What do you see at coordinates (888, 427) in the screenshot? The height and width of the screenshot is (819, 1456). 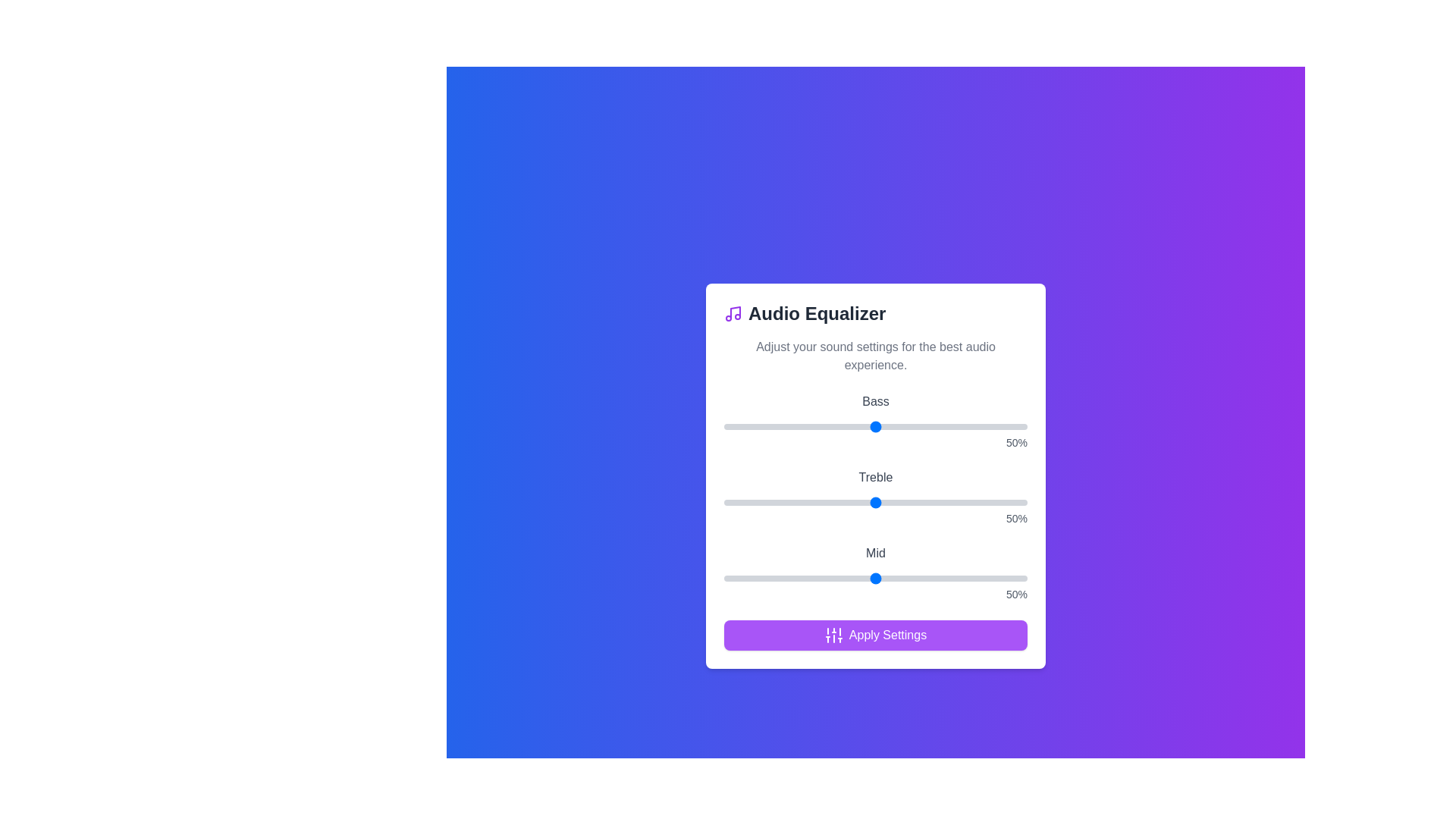 I see `the bass slider to 54%` at bounding box center [888, 427].